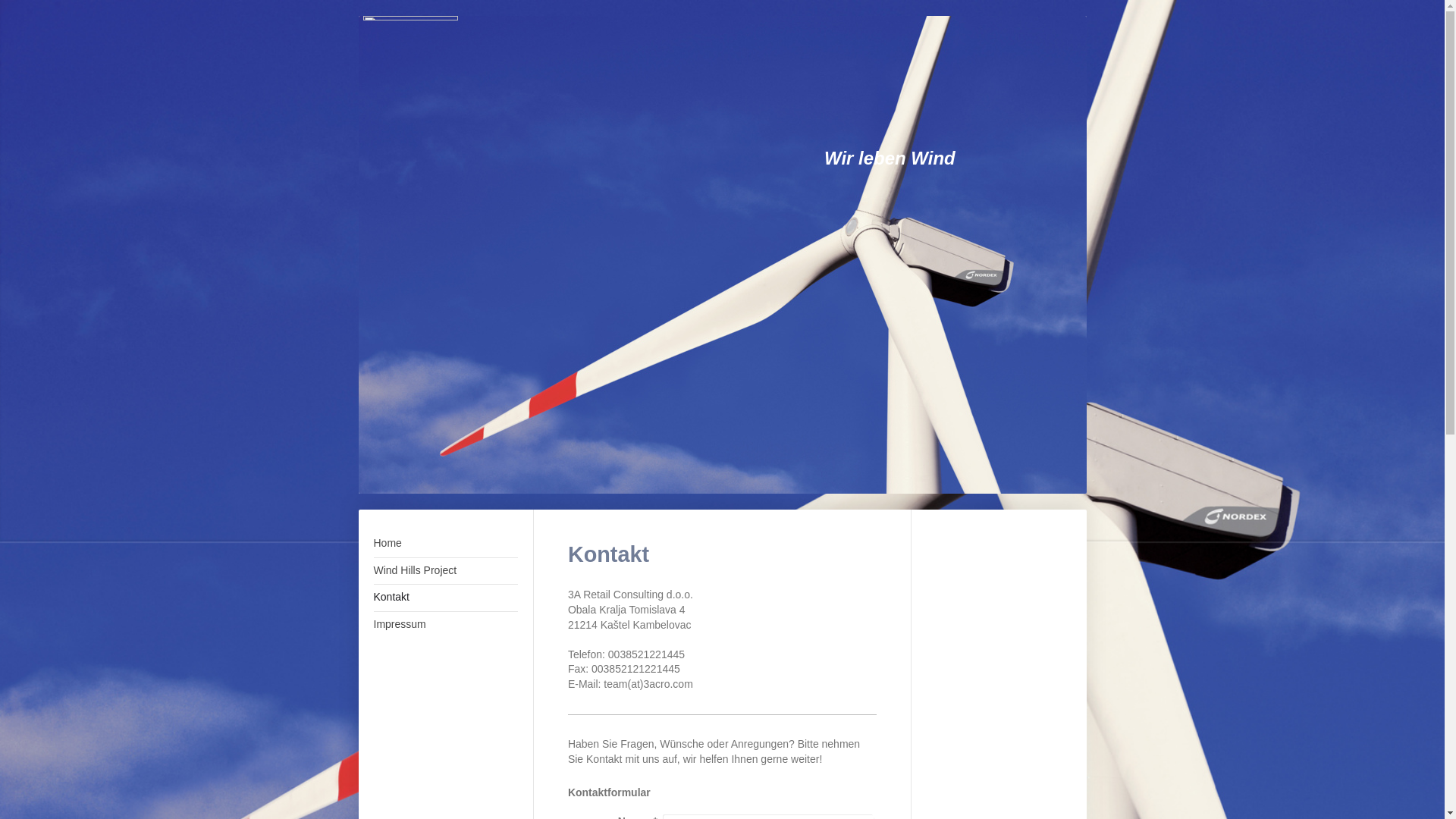  What do you see at coordinates (444, 543) in the screenshot?
I see `'Home'` at bounding box center [444, 543].